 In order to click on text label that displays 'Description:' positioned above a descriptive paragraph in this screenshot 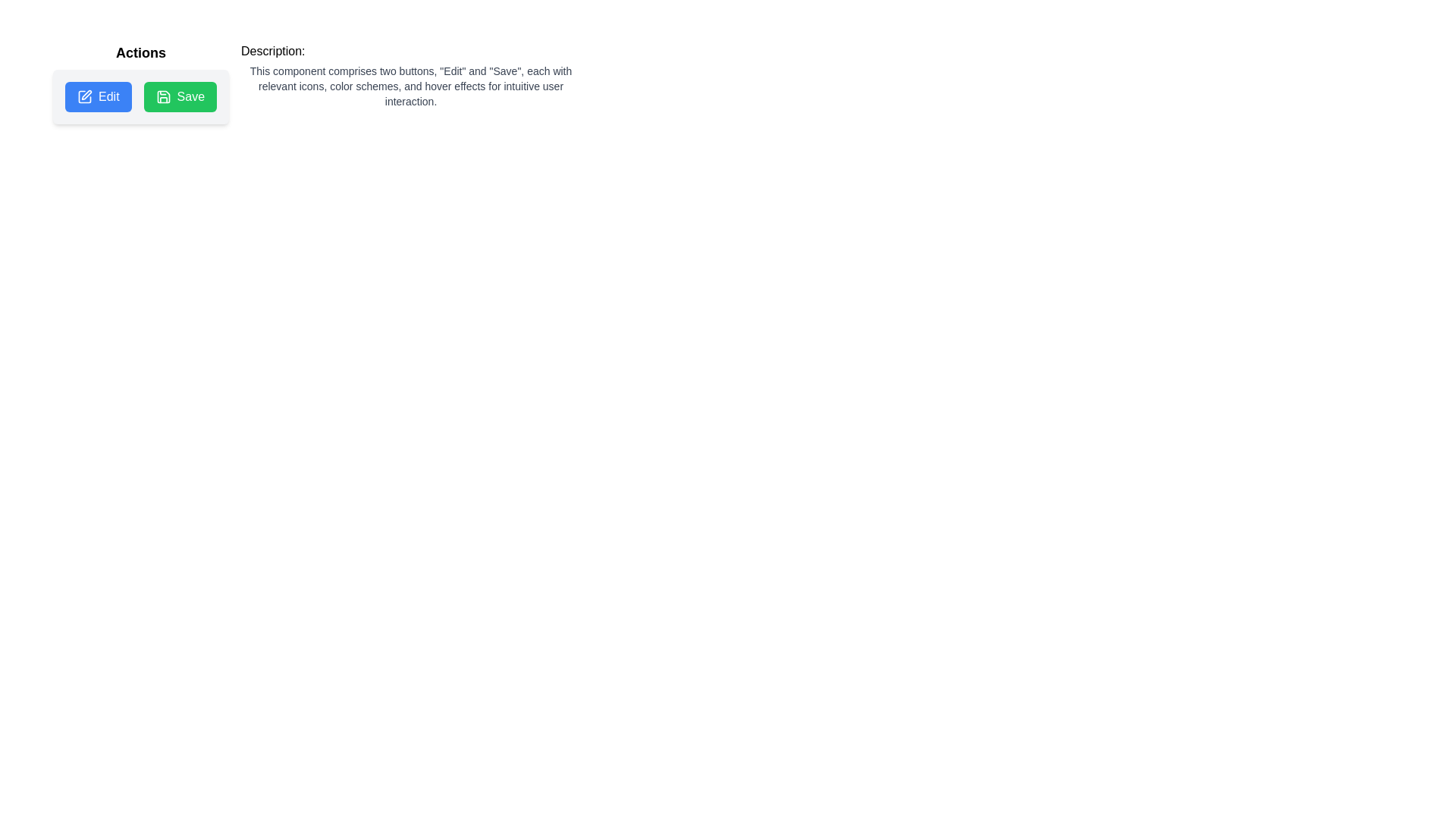, I will do `click(273, 51)`.